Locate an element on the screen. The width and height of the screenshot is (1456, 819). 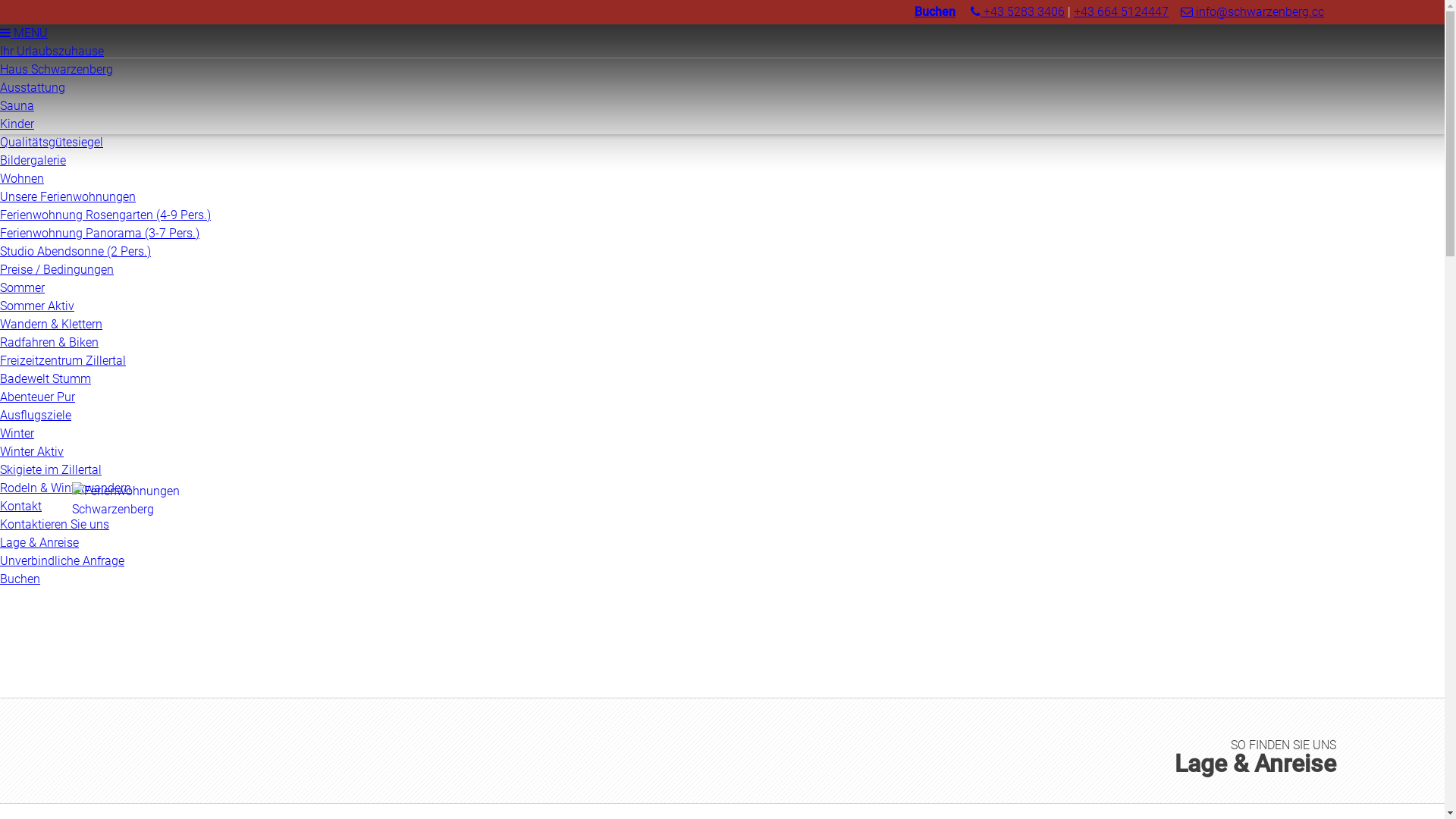
'MENU' is located at coordinates (0, 33).